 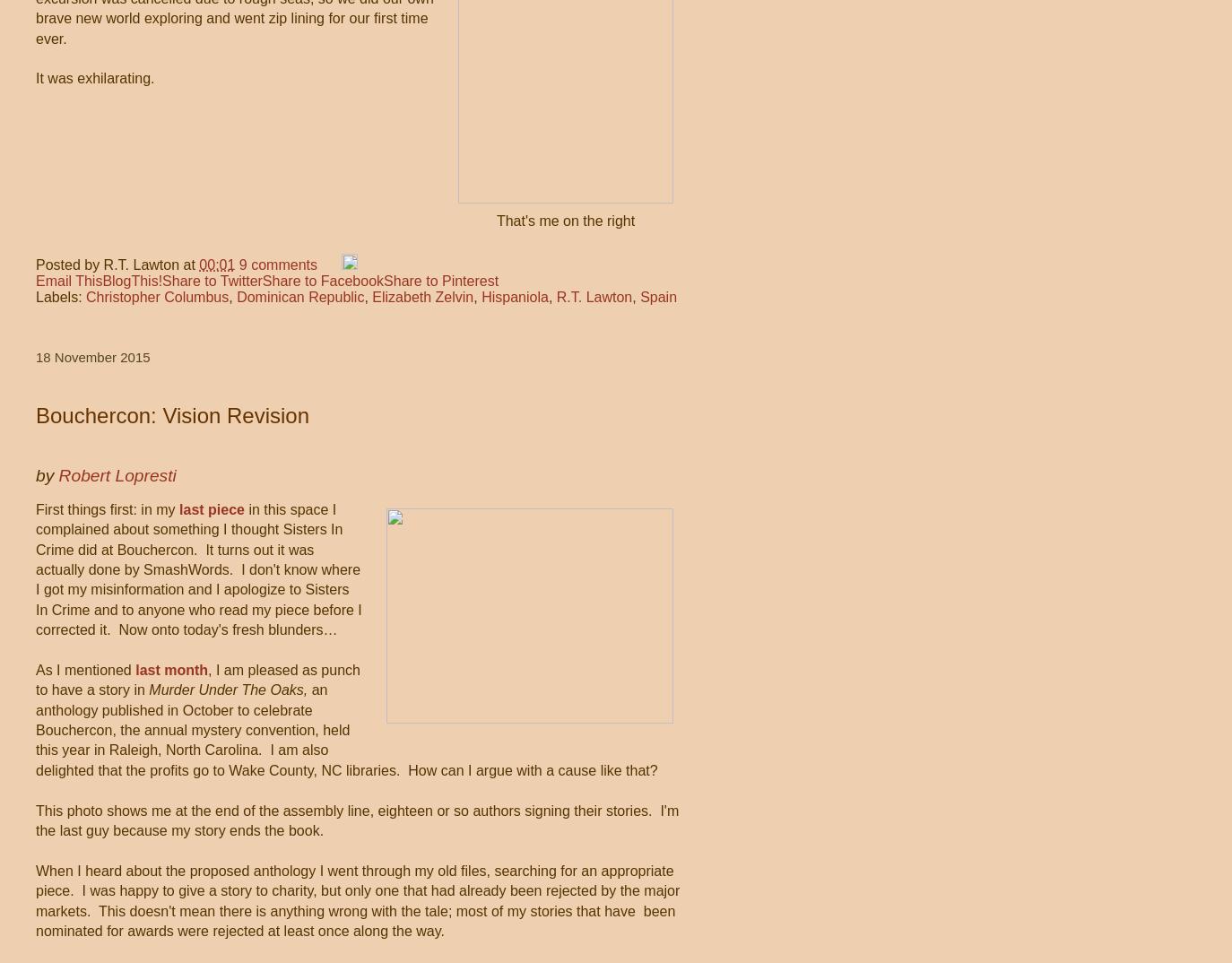 What do you see at coordinates (371, 295) in the screenshot?
I see `'Elizabeth Zelvin'` at bounding box center [371, 295].